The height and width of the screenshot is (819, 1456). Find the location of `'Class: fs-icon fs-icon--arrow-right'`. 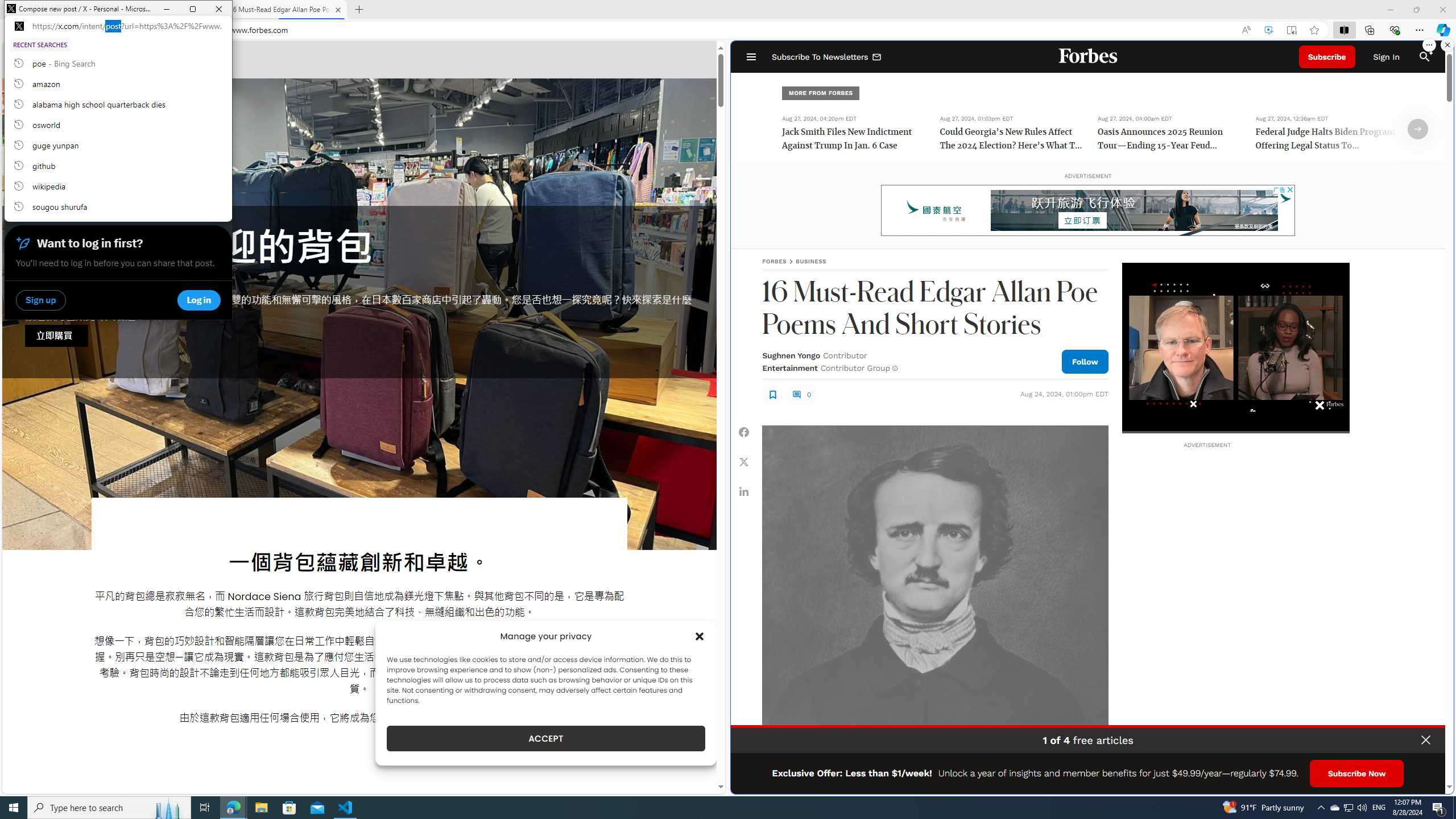

'Class: fs-icon fs-icon--arrow-right' is located at coordinates (1417, 129).